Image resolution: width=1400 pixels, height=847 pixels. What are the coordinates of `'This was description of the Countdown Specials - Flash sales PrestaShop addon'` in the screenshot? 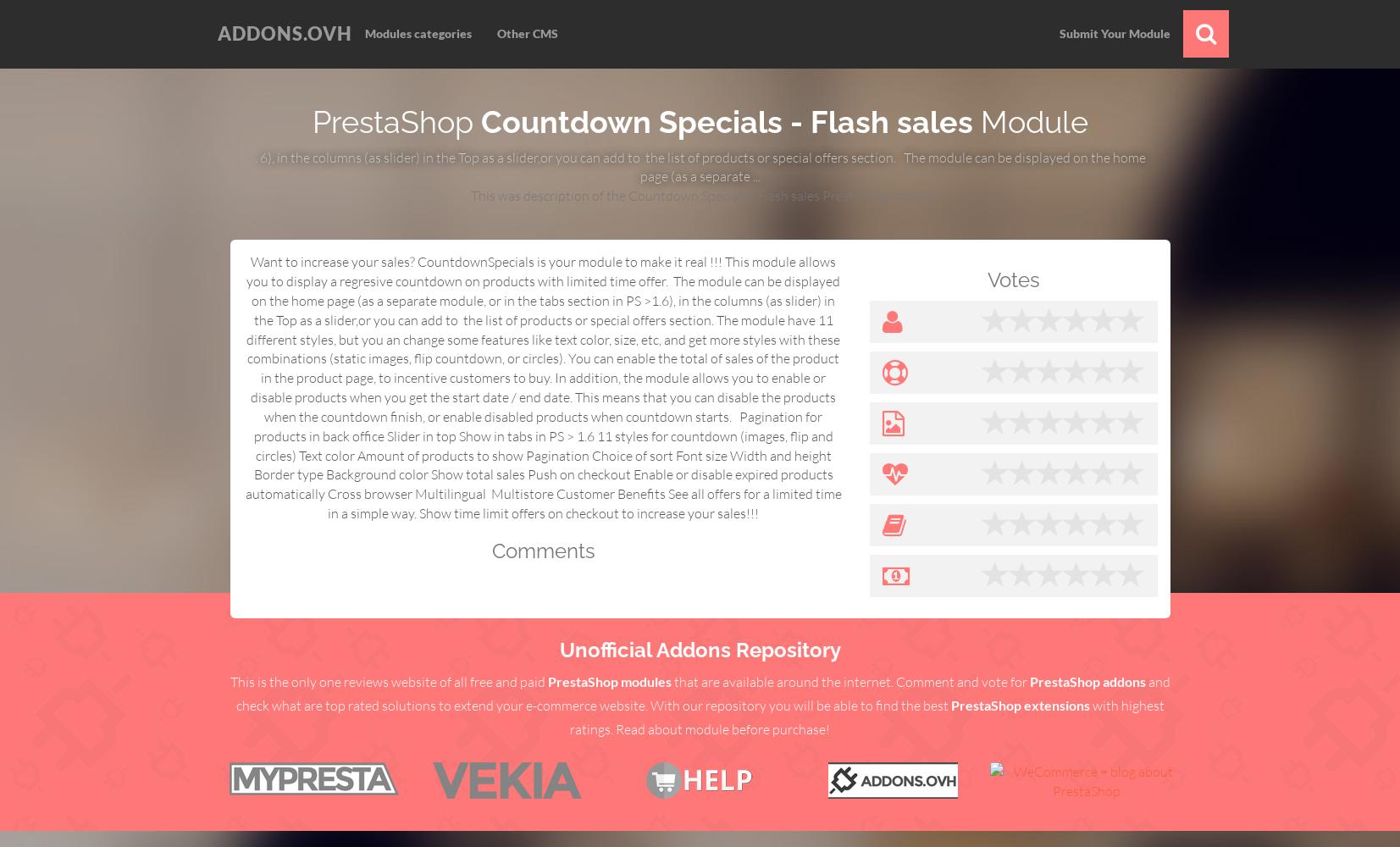 It's located at (699, 195).